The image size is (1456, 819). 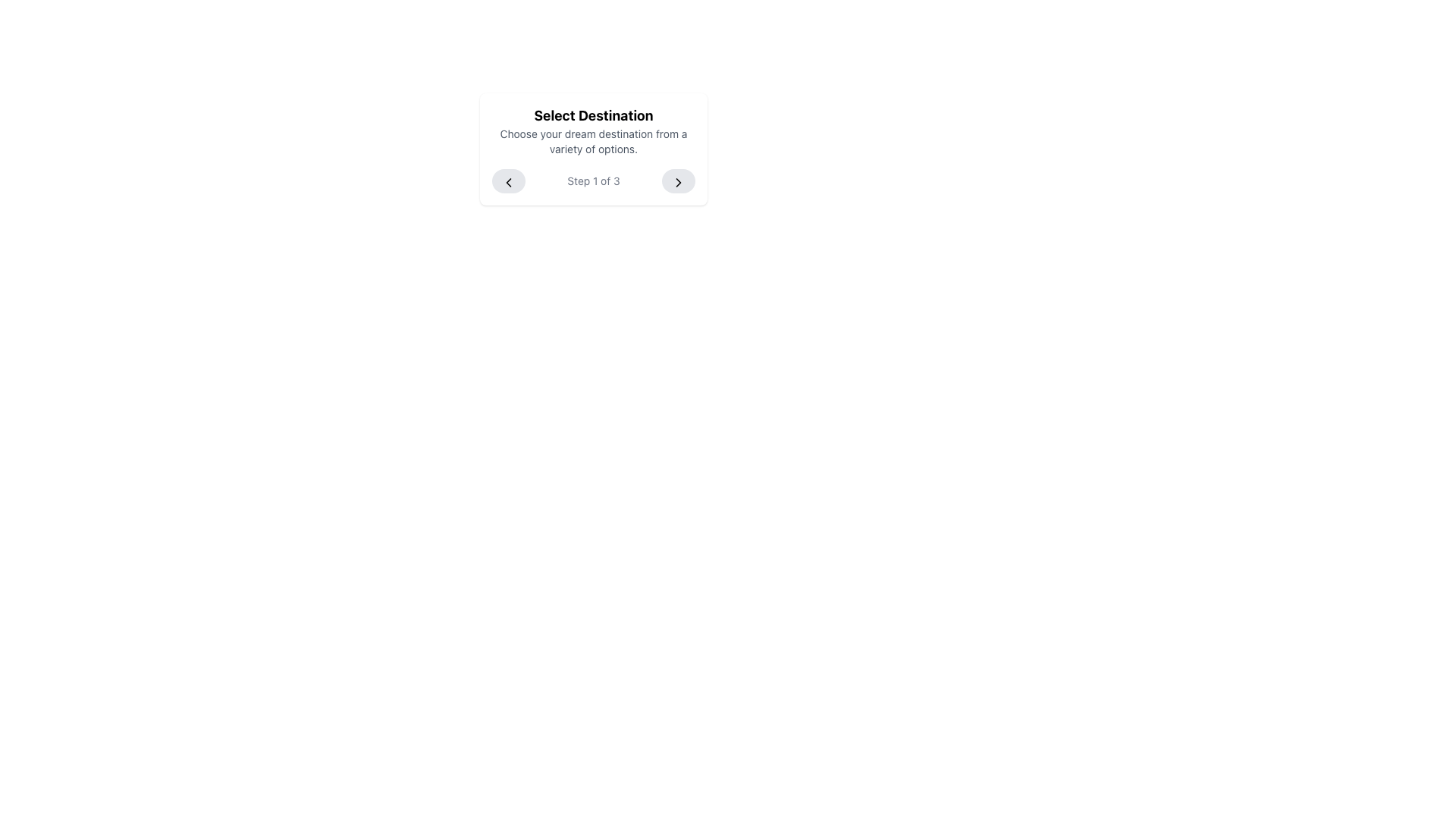 I want to click on the 'Next' button located at the far-right side of the bar displaying 'Step 1 of 3' to proceed to the subsequent step in the multi-step process, so click(x=677, y=180).